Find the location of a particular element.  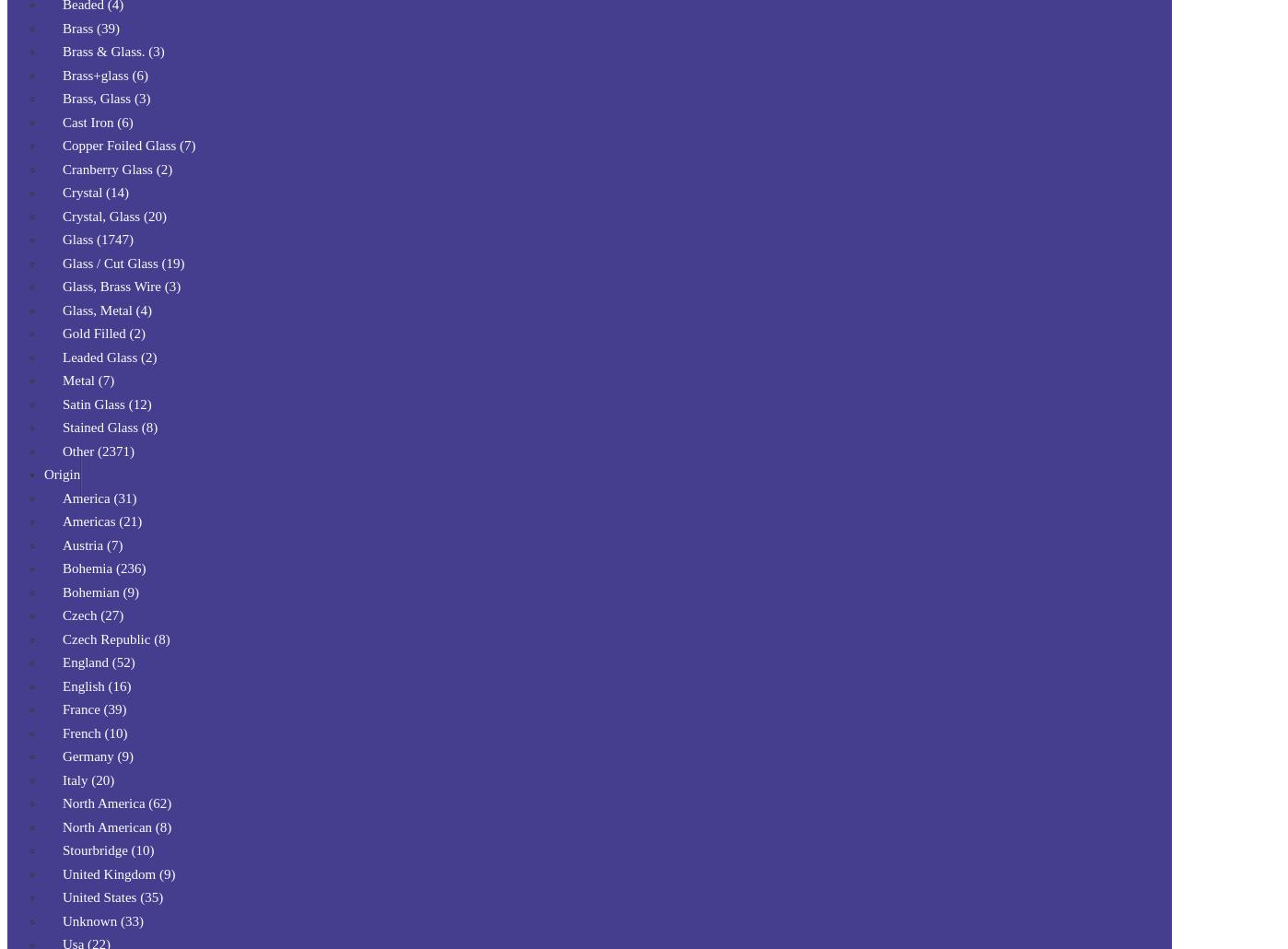

'English (16)' is located at coordinates (96, 685).